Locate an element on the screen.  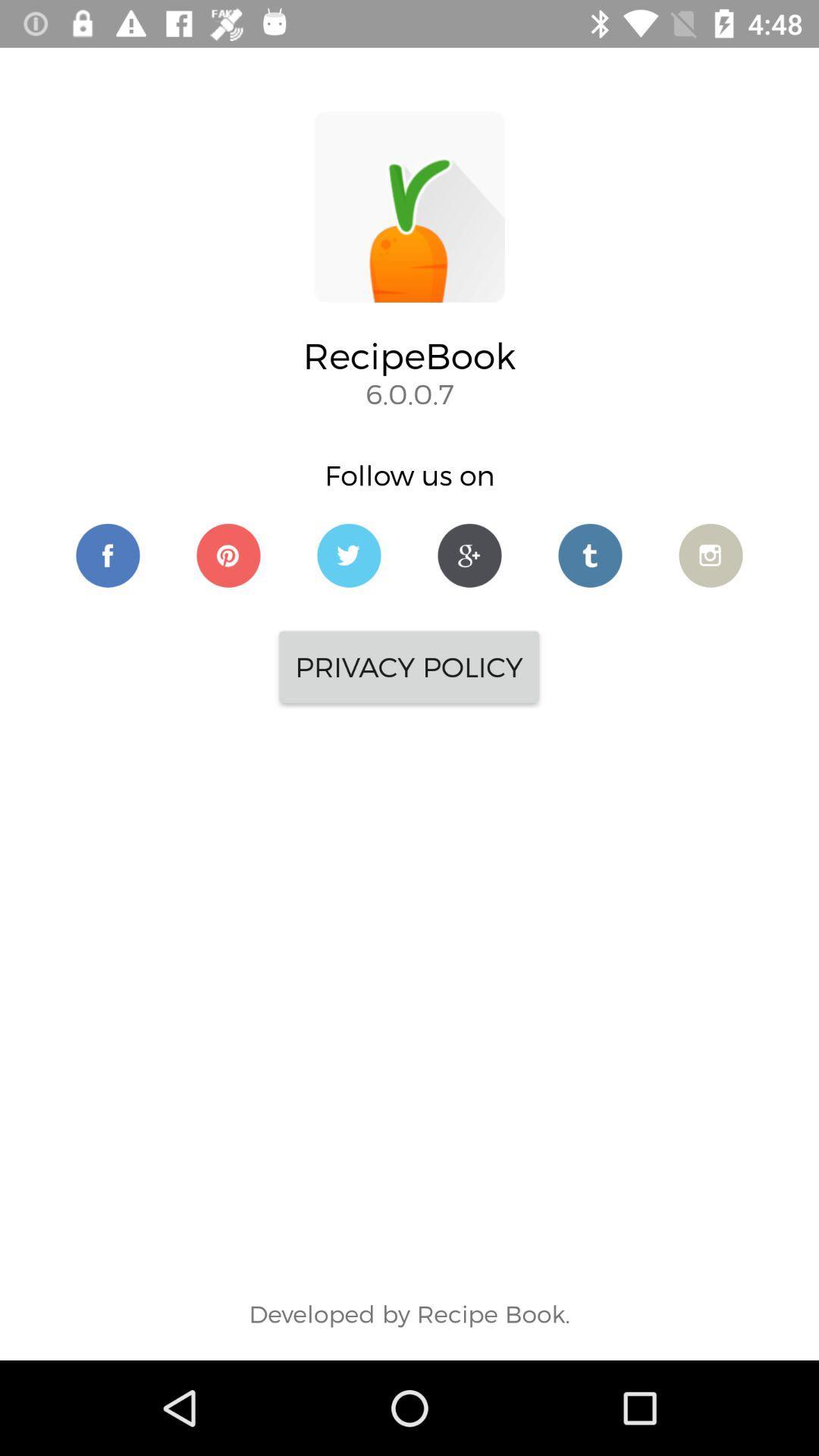
follow their pinterest page is located at coordinates (228, 554).